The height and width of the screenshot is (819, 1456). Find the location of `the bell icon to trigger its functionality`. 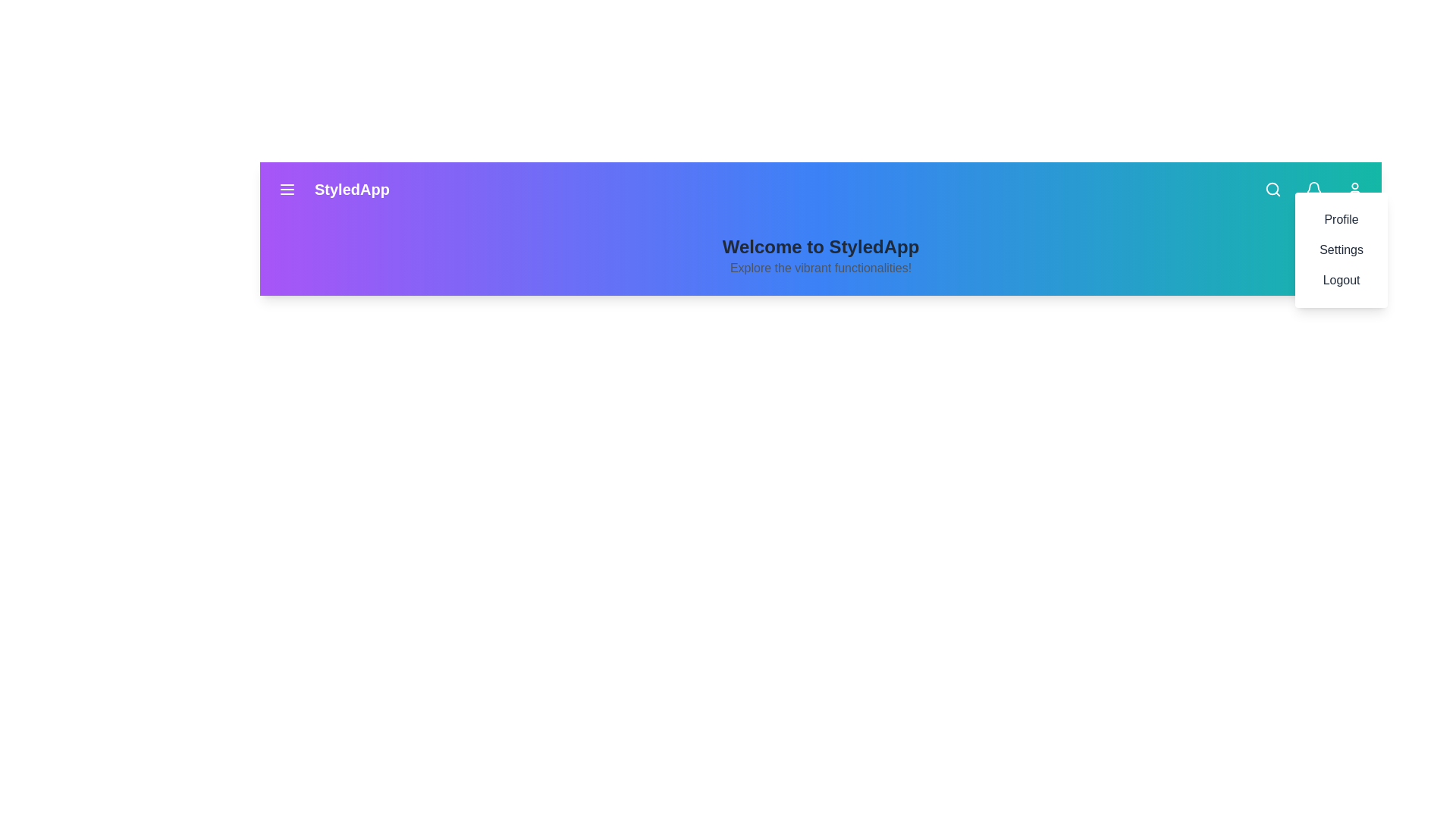

the bell icon to trigger its functionality is located at coordinates (1313, 189).